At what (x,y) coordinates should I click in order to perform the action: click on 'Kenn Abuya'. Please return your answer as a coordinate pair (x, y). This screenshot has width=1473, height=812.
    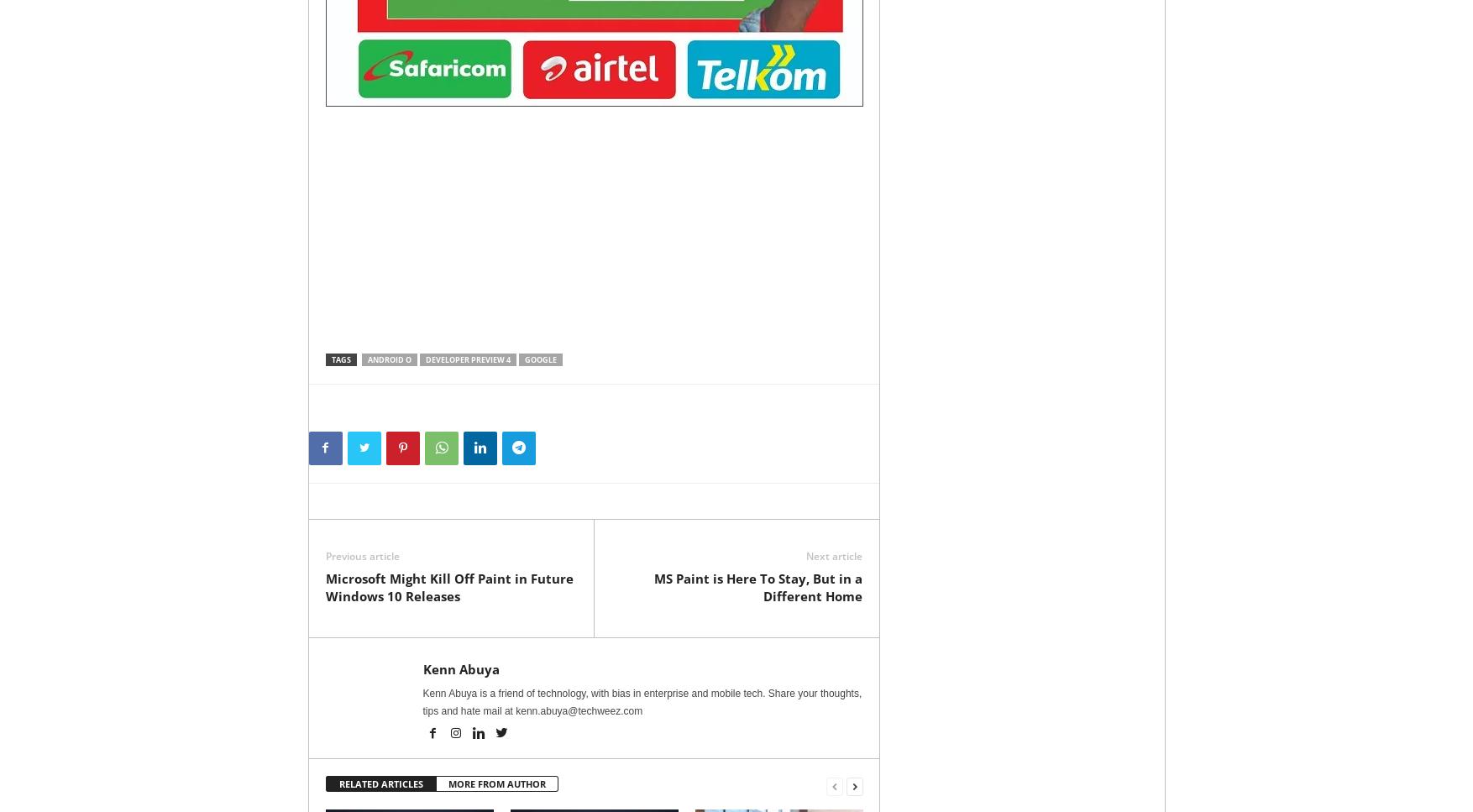
    Looking at the image, I should click on (460, 668).